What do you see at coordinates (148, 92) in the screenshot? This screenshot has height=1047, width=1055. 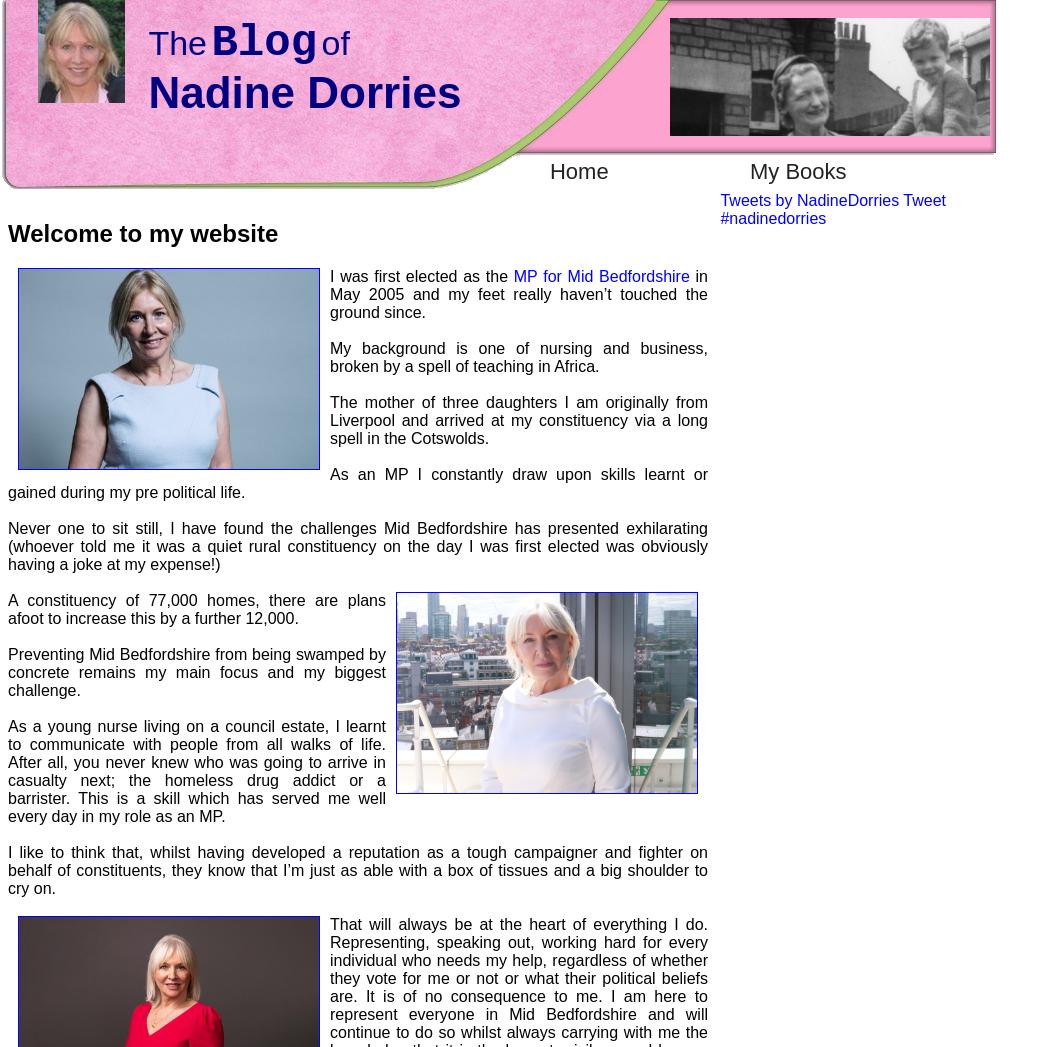 I see `'Nadine Dorries'` at bounding box center [148, 92].